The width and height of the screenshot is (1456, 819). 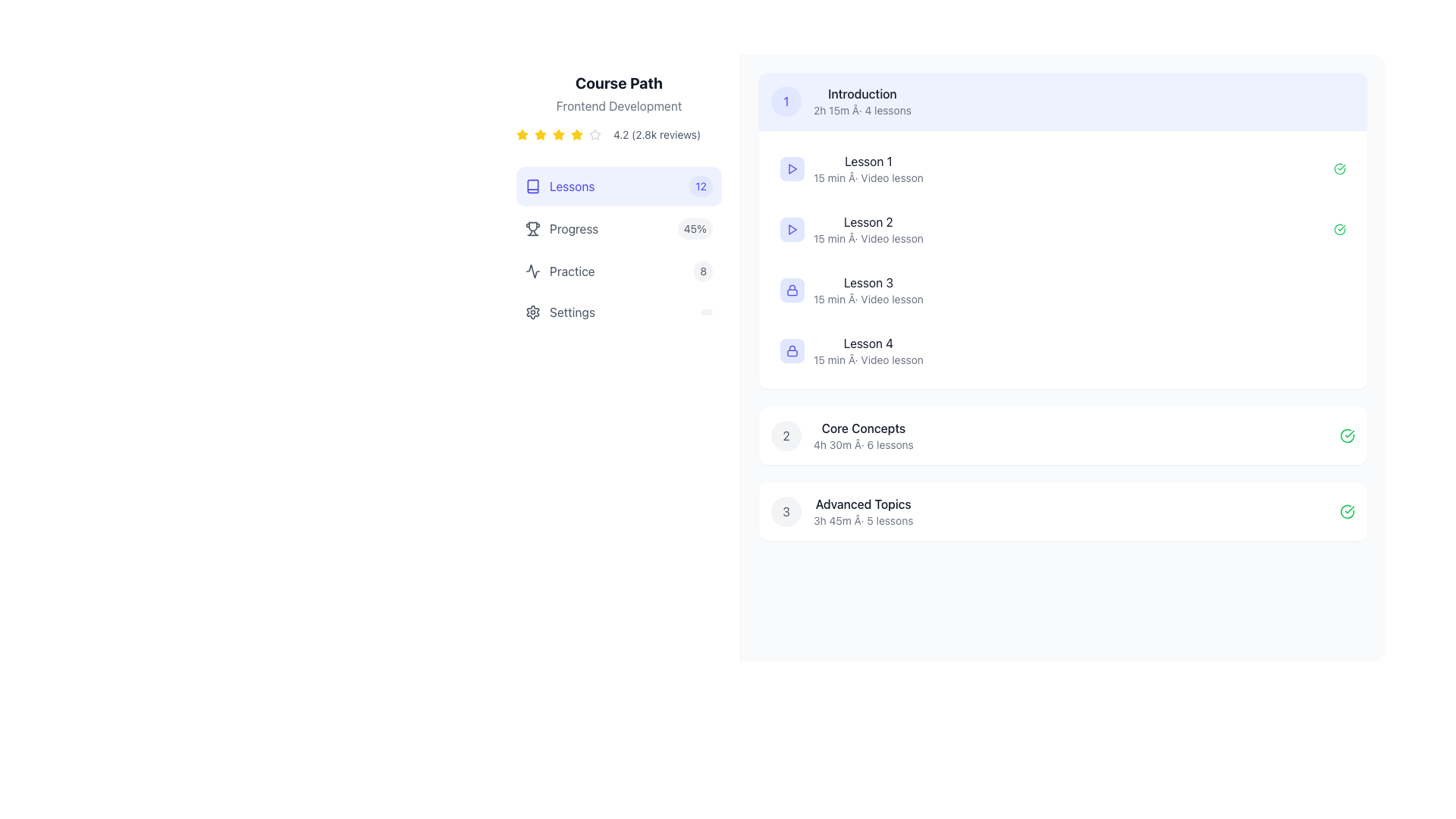 I want to click on description of the list item labeled 'Lesson 4', which includes the text '15 min · Video lesson' and a purple lock icon, so click(x=852, y=350).